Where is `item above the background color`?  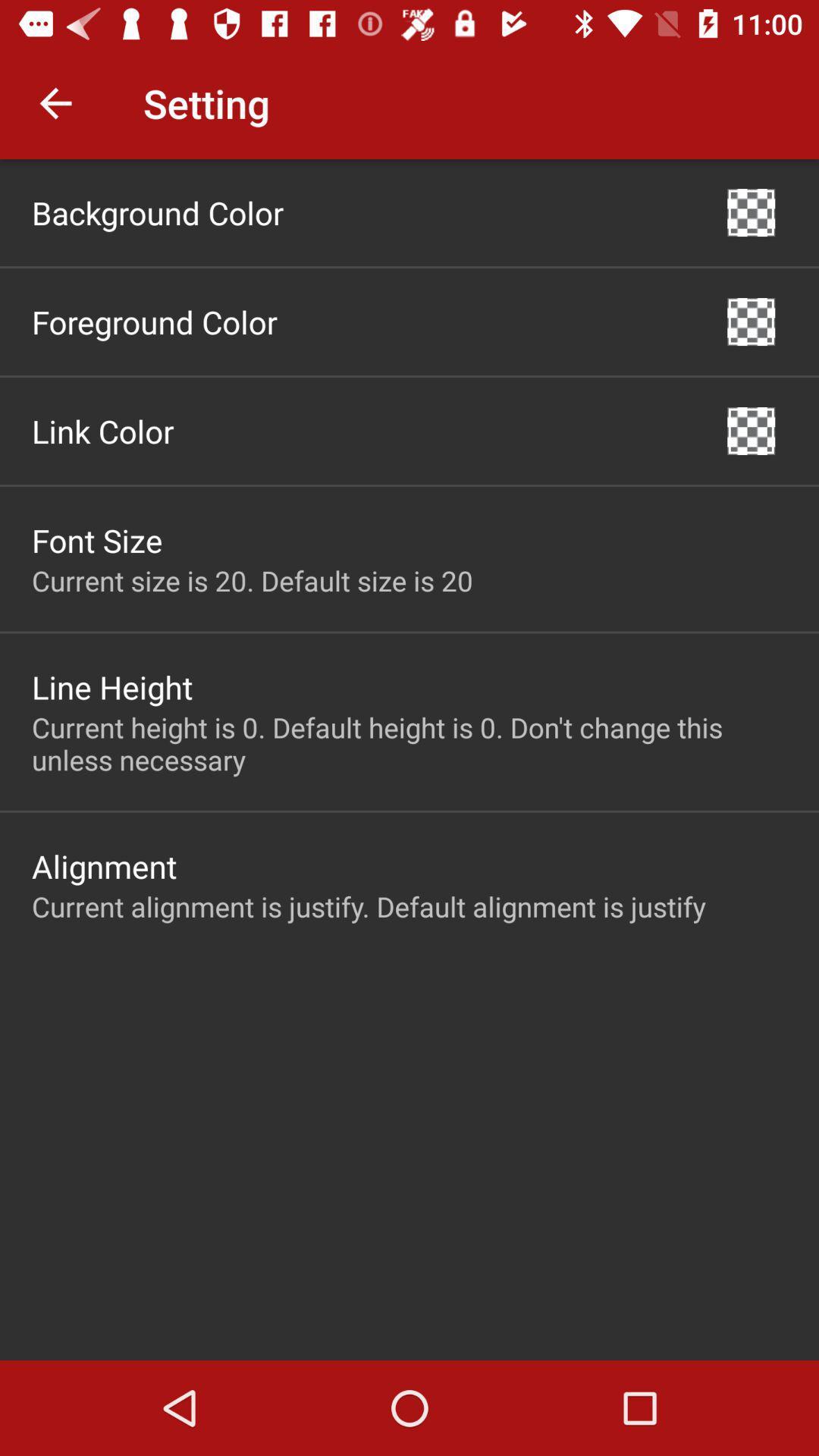 item above the background color is located at coordinates (55, 102).